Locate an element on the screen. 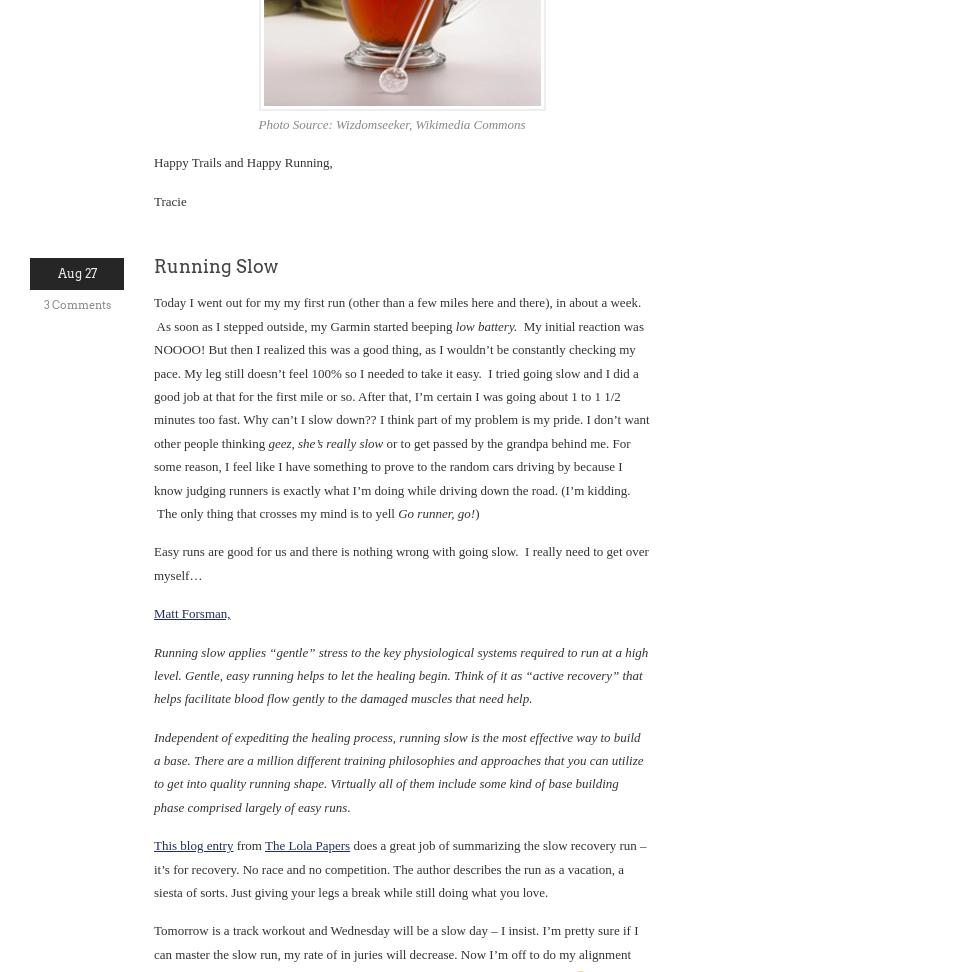  'The Lola Papers' is located at coordinates (307, 844).